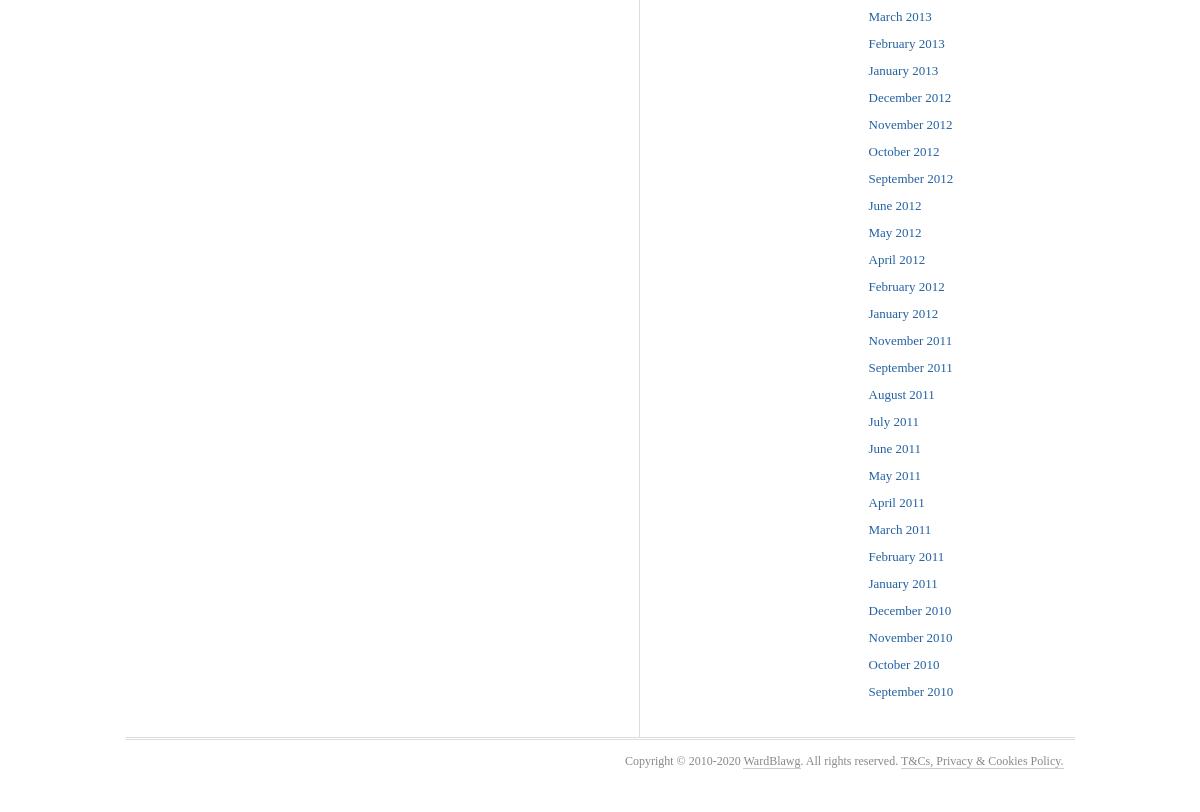  Describe the element at coordinates (770, 760) in the screenshot. I see `'WardBlawg'` at that location.